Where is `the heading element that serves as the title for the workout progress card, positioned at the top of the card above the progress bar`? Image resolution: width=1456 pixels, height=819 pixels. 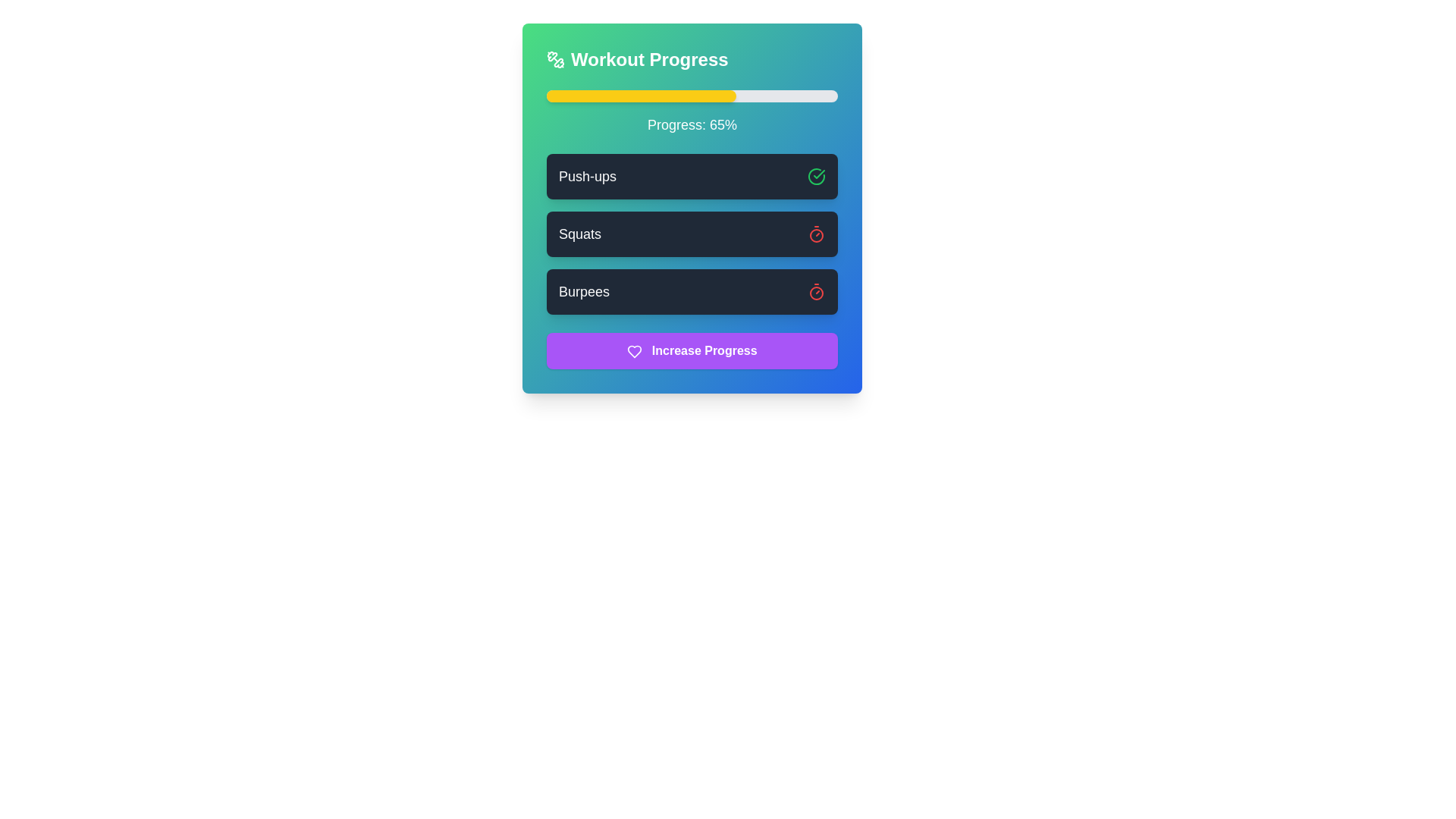 the heading element that serves as the title for the workout progress card, positioned at the top of the card above the progress bar is located at coordinates (691, 58).